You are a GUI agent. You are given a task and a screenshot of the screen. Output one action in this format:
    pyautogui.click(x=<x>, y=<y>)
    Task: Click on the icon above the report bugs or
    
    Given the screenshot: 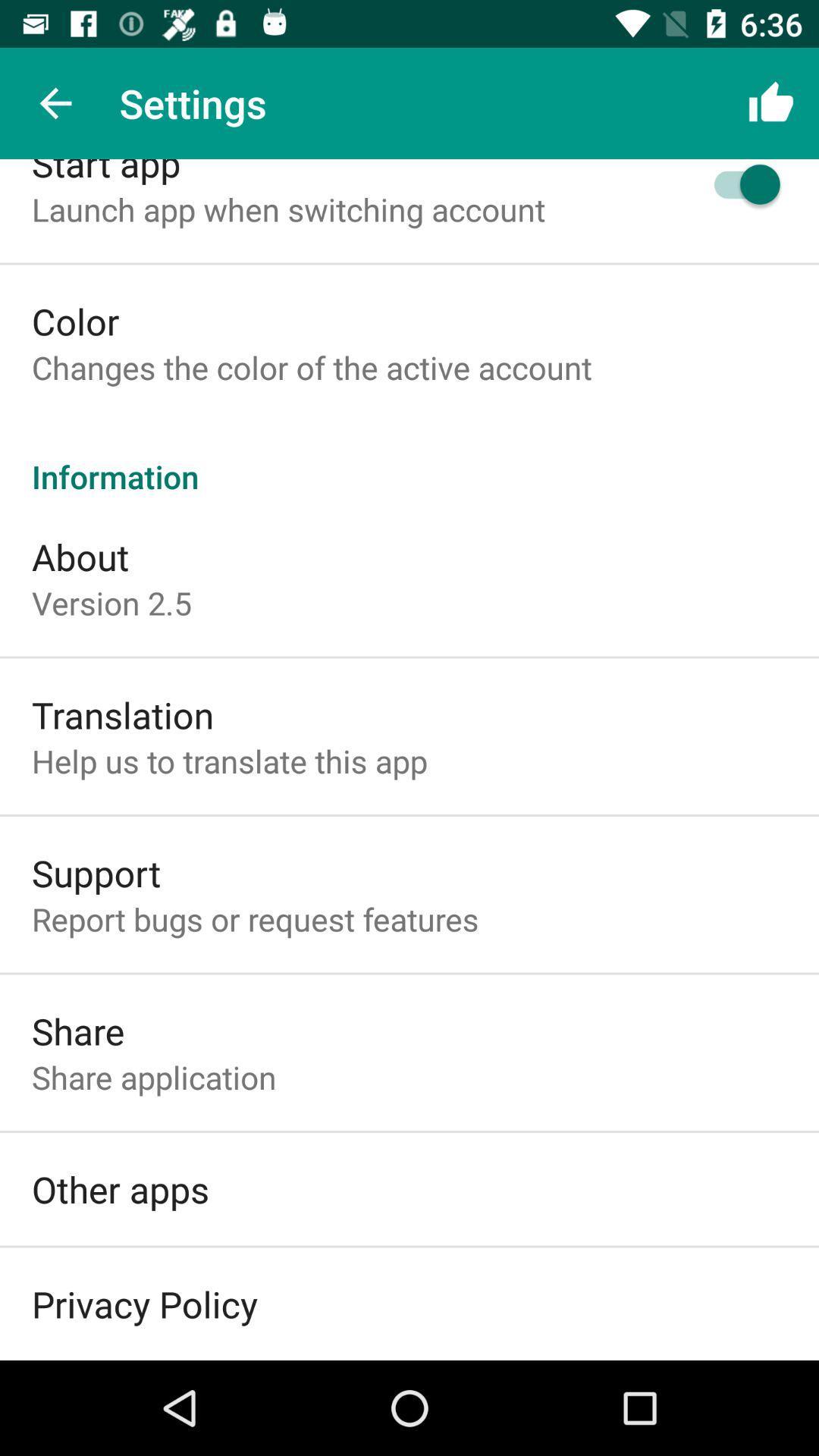 What is the action you would take?
    pyautogui.click(x=96, y=873)
    